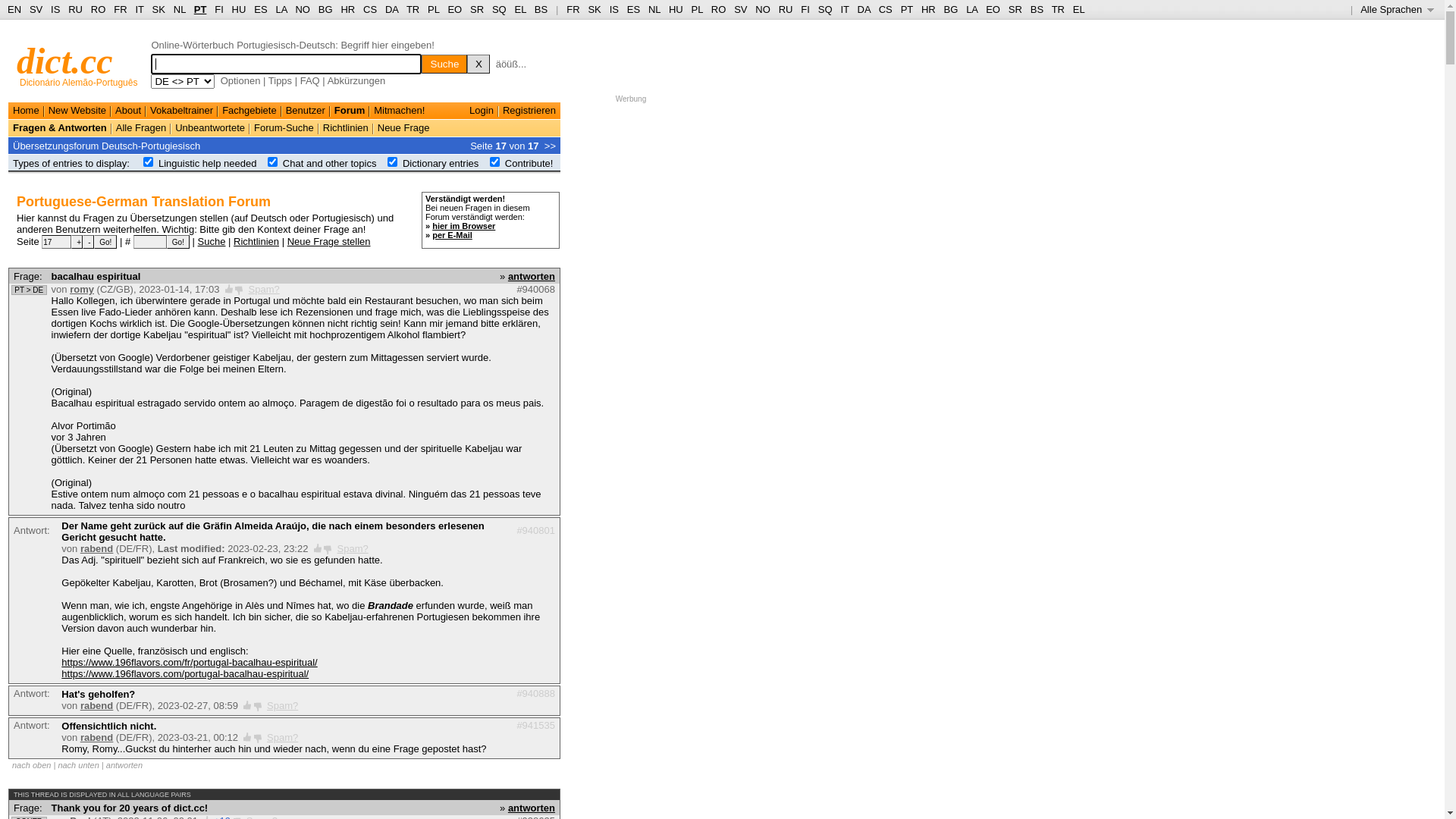 Image resolution: width=1456 pixels, height=819 pixels. I want to click on 'IS', so click(610, 9).